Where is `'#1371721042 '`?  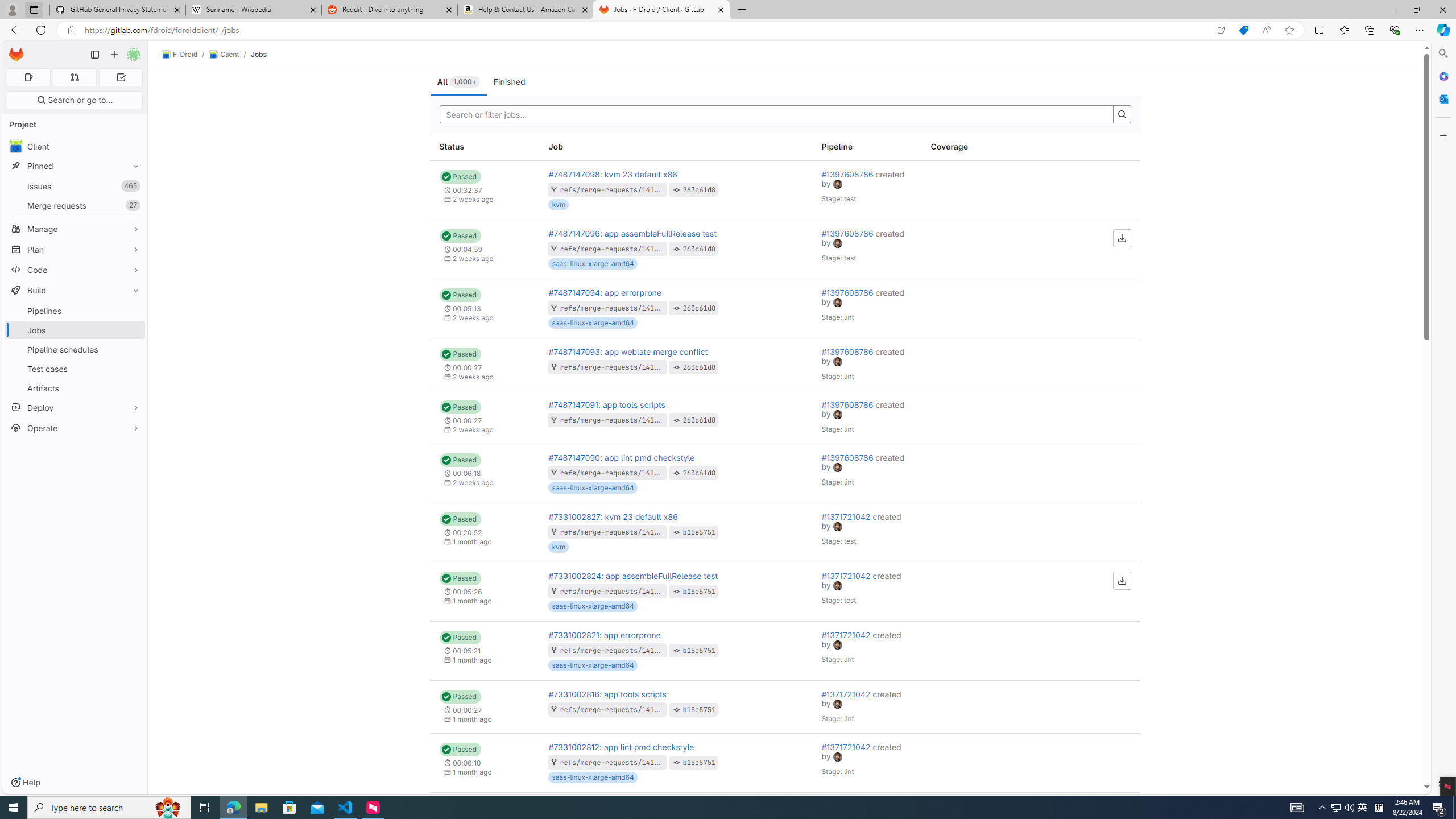 '#1371721042 ' is located at coordinates (846, 747).